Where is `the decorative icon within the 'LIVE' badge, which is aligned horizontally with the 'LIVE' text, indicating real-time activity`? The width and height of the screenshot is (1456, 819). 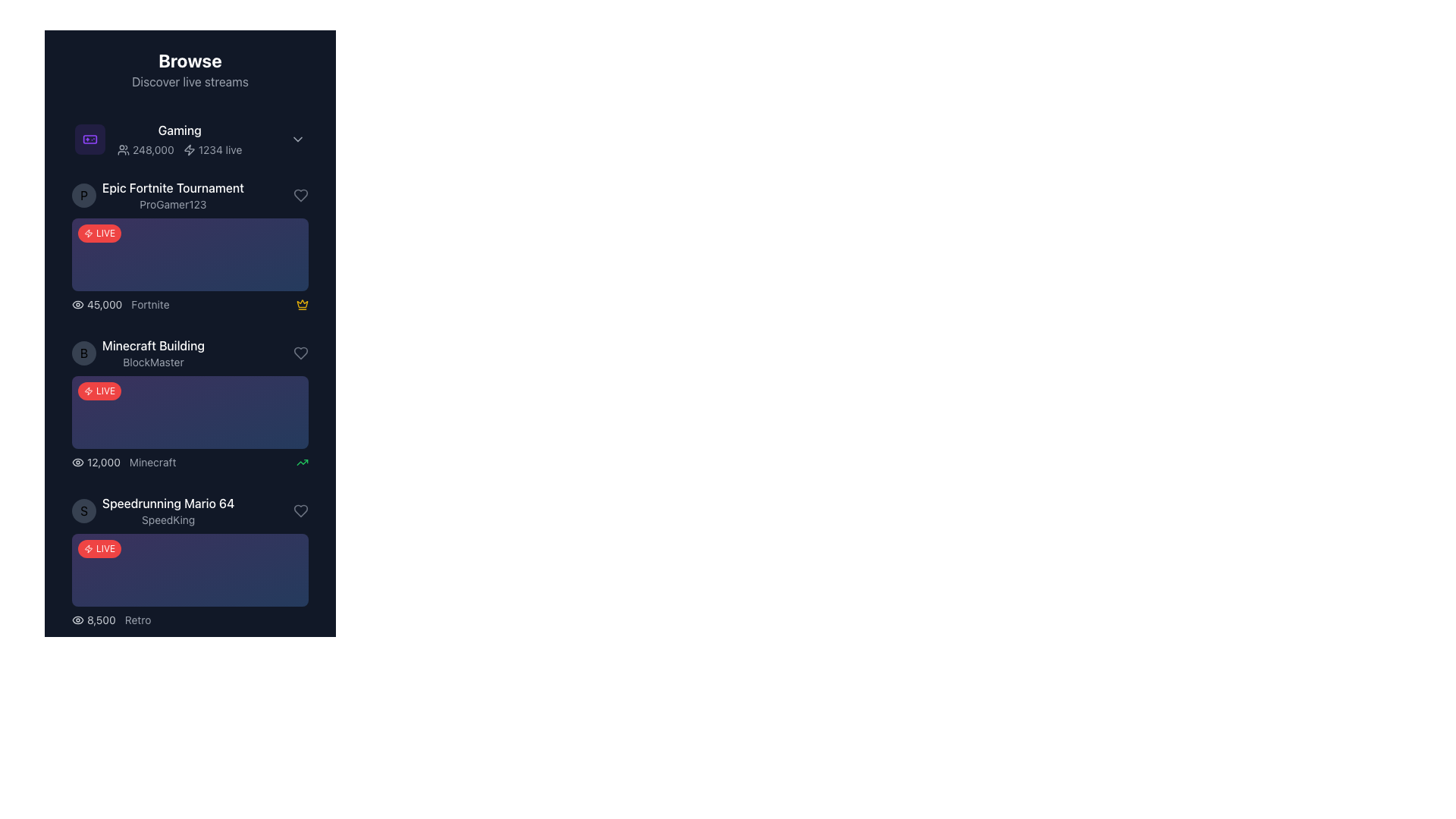
the decorative icon within the 'LIVE' badge, which is aligned horizontally with the 'LIVE' text, indicating real-time activity is located at coordinates (87, 391).